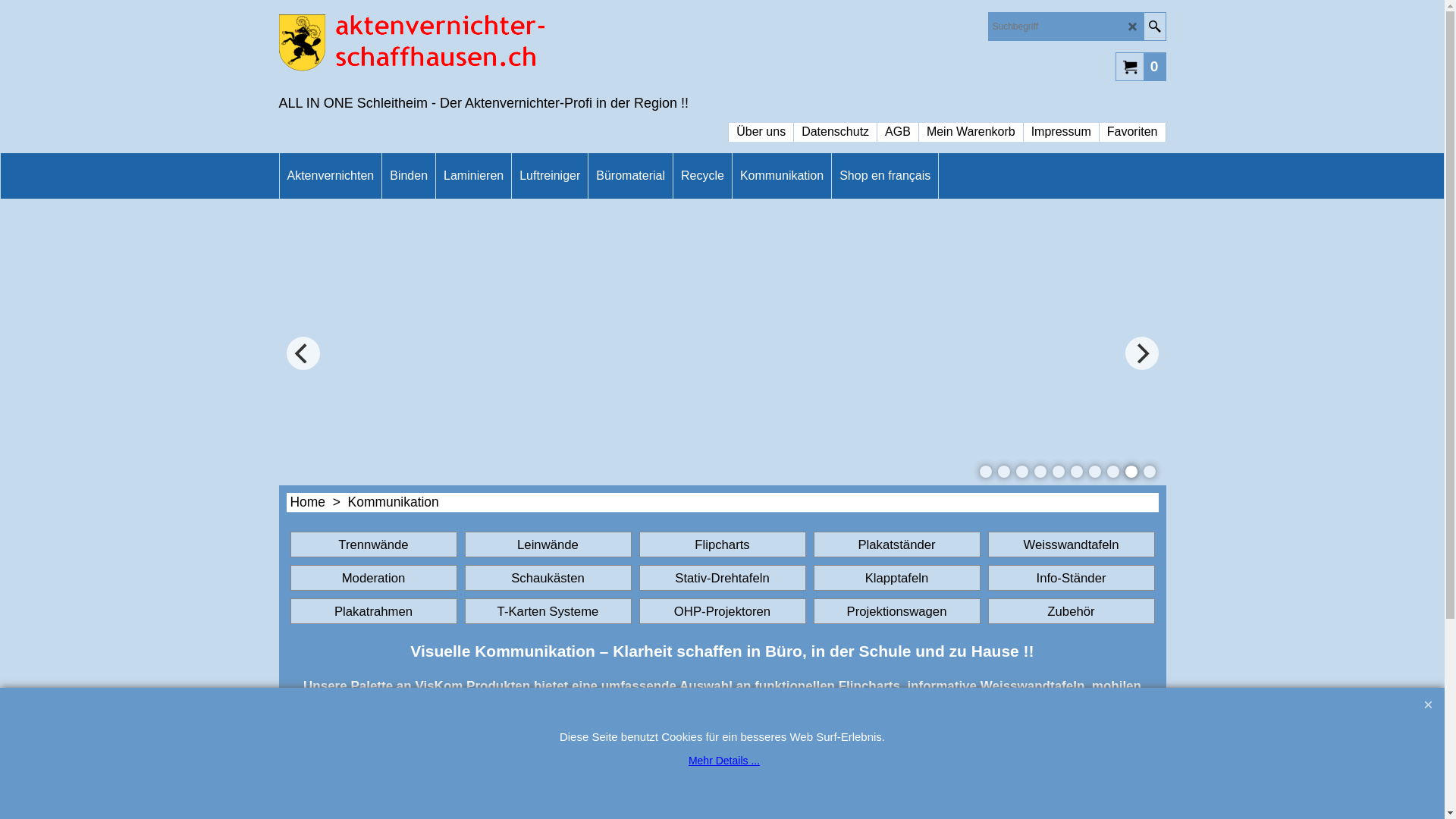  Describe the element at coordinates (896, 610) in the screenshot. I see `'Projektionswagen'` at that location.